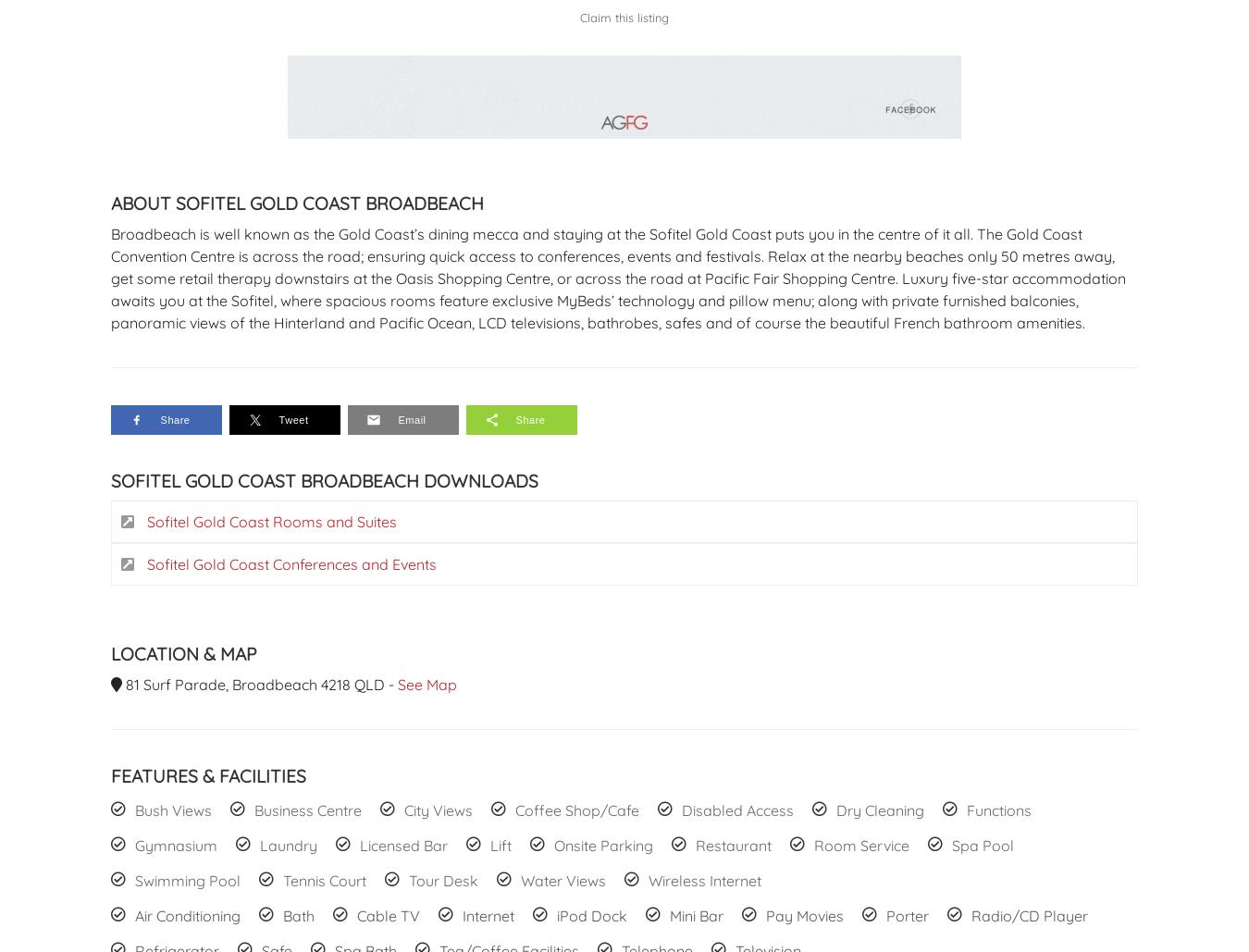  What do you see at coordinates (553, 845) in the screenshot?
I see `'Onsite Parking'` at bounding box center [553, 845].